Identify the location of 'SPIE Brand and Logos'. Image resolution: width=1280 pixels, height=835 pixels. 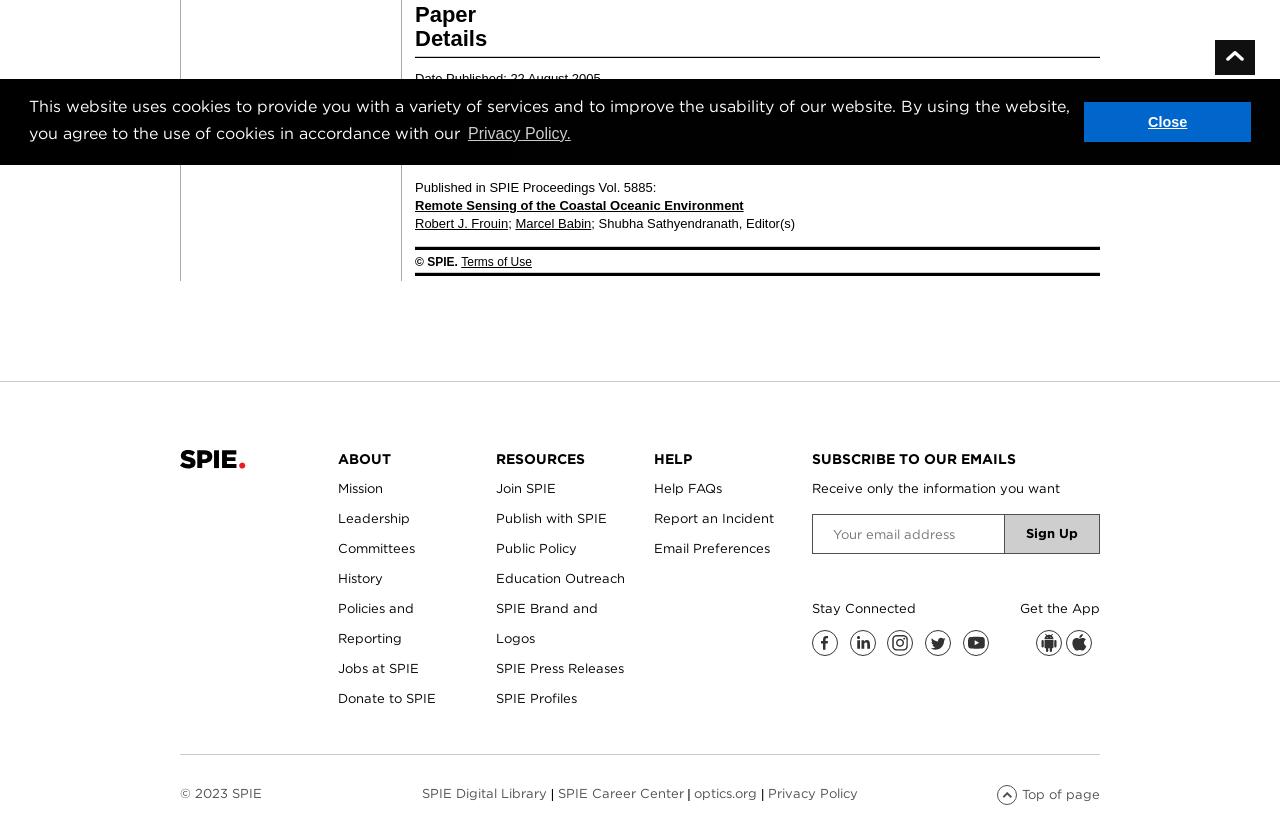
(496, 622).